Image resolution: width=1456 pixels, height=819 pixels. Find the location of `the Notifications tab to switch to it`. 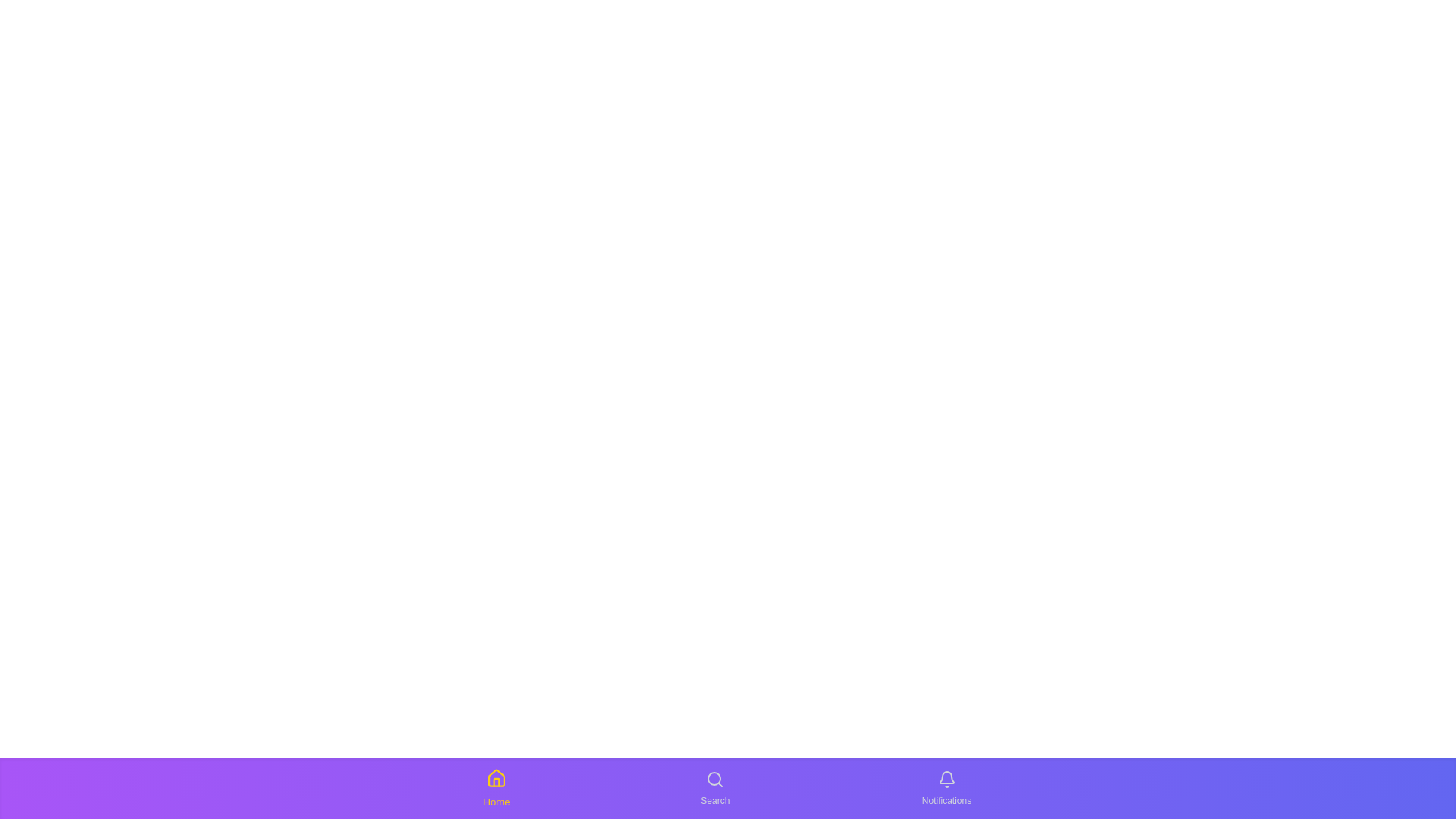

the Notifications tab to switch to it is located at coordinates (946, 788).